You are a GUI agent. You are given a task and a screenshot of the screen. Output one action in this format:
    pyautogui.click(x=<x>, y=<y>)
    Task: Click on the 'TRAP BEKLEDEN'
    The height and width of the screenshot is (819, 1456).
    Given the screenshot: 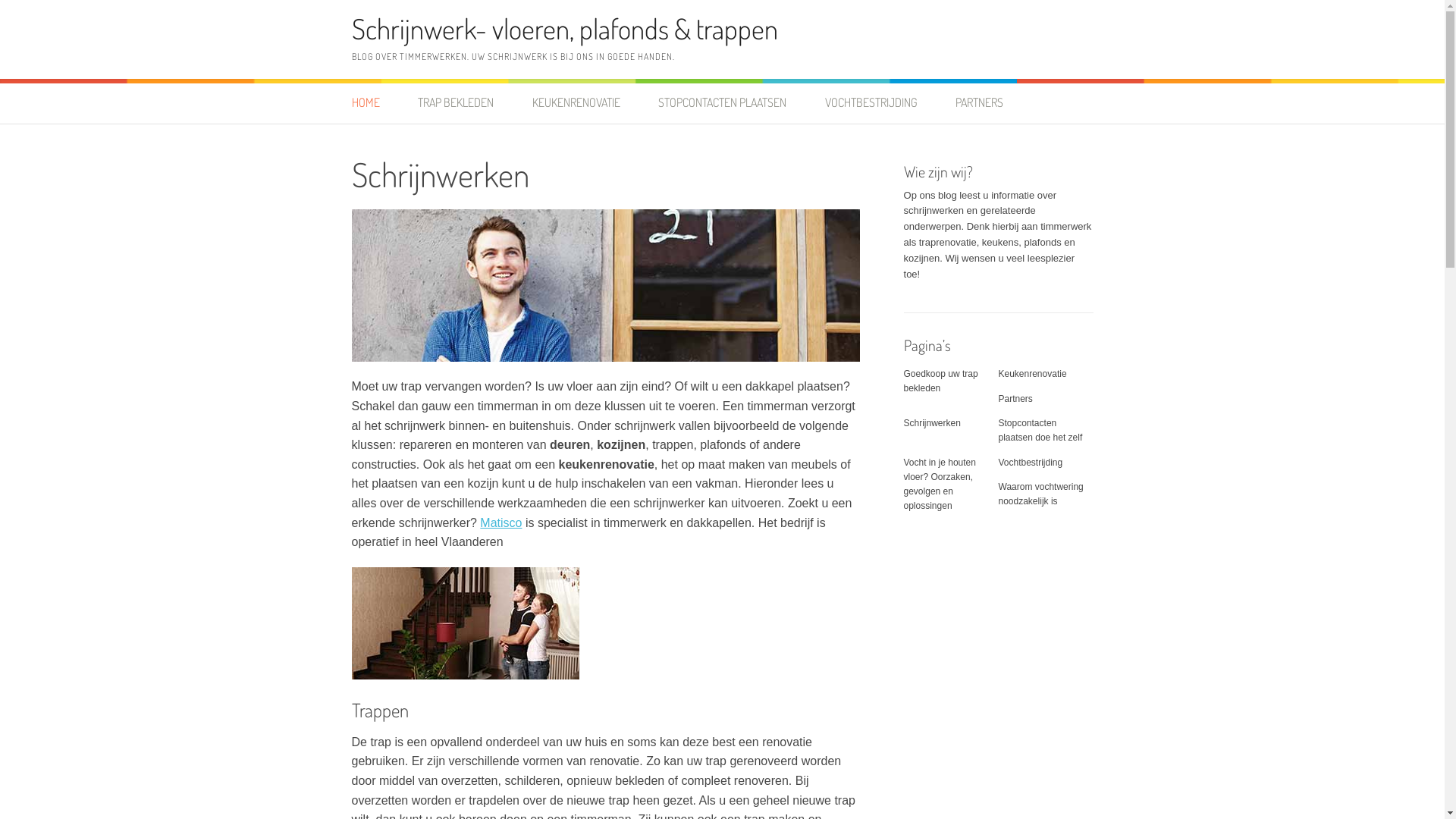 What is the action you would take?
    pyautogui.click(x=454, y=102)
    